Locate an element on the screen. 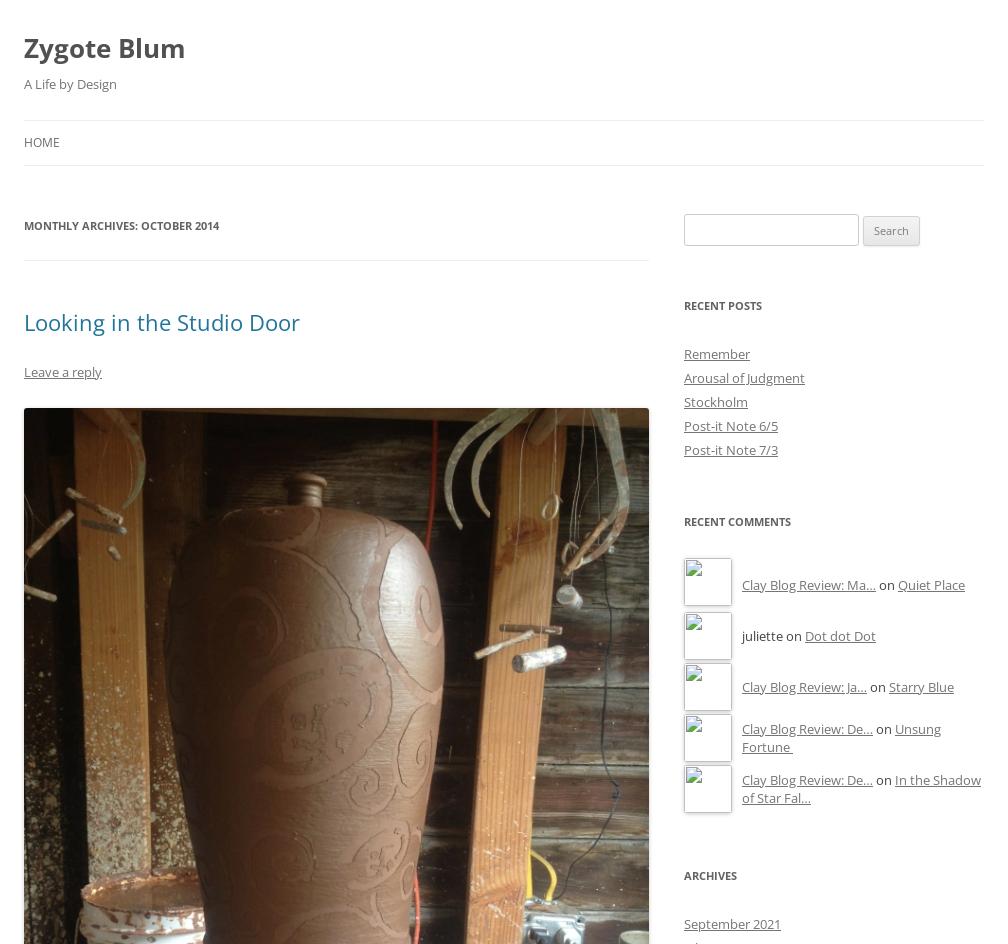 The height and width of the screenshot is (944, 1008). 'Recent Comments' is located at coordinates (737, 521).